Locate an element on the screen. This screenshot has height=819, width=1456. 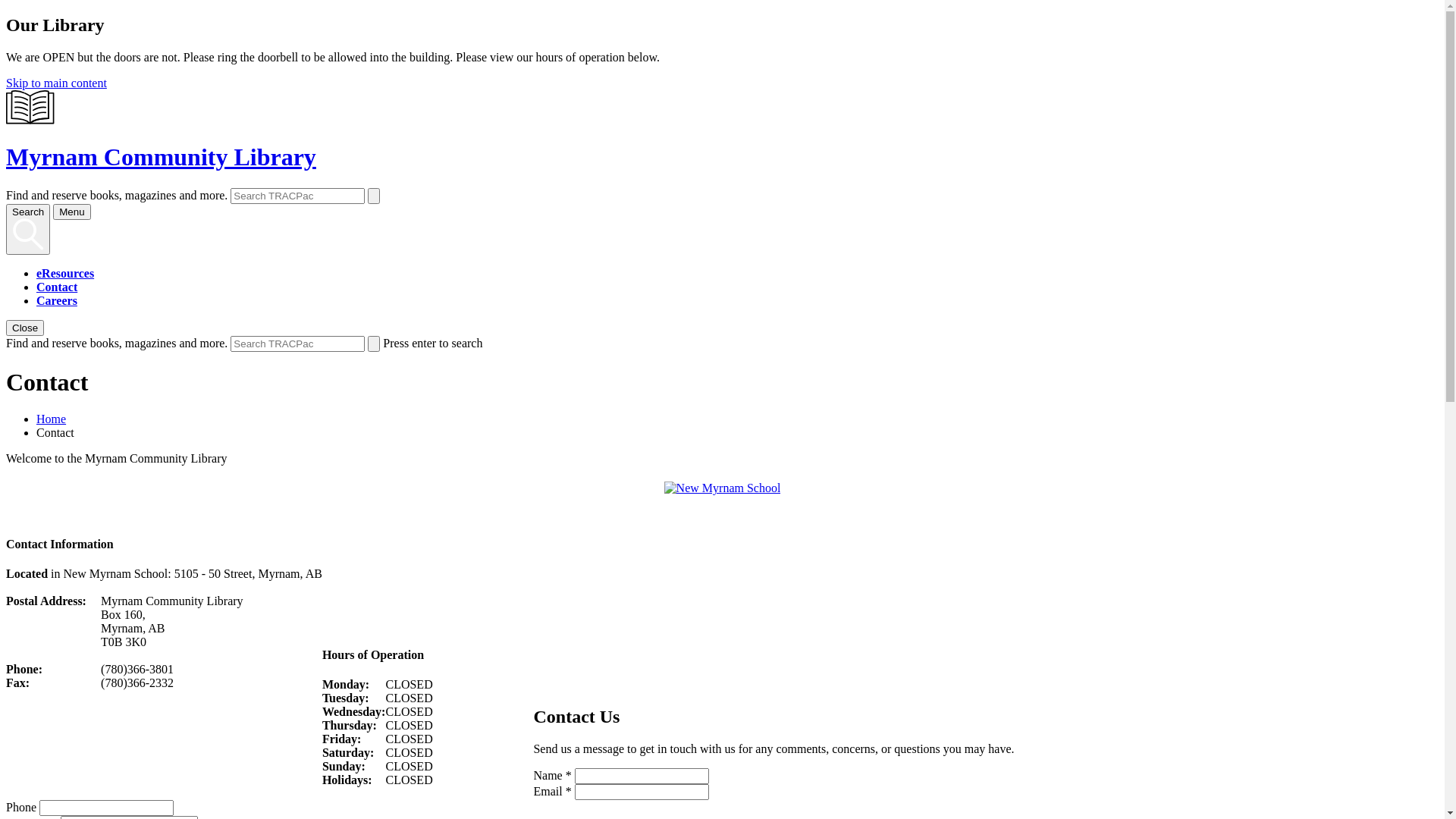
'Close' is located at coordinates (6, 327).